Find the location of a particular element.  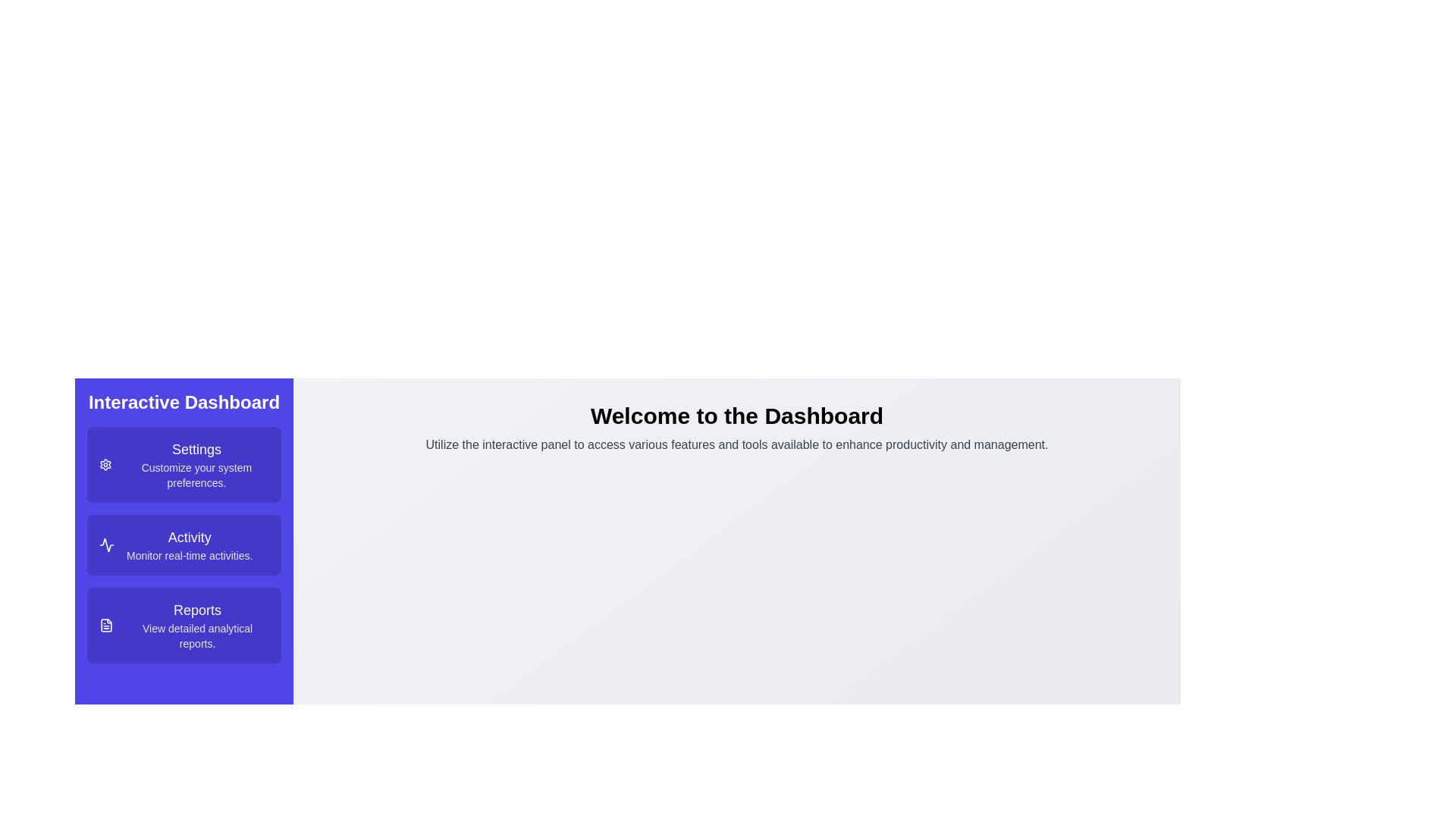

the 'Settings' menu option is located at coordinates (184, 464).